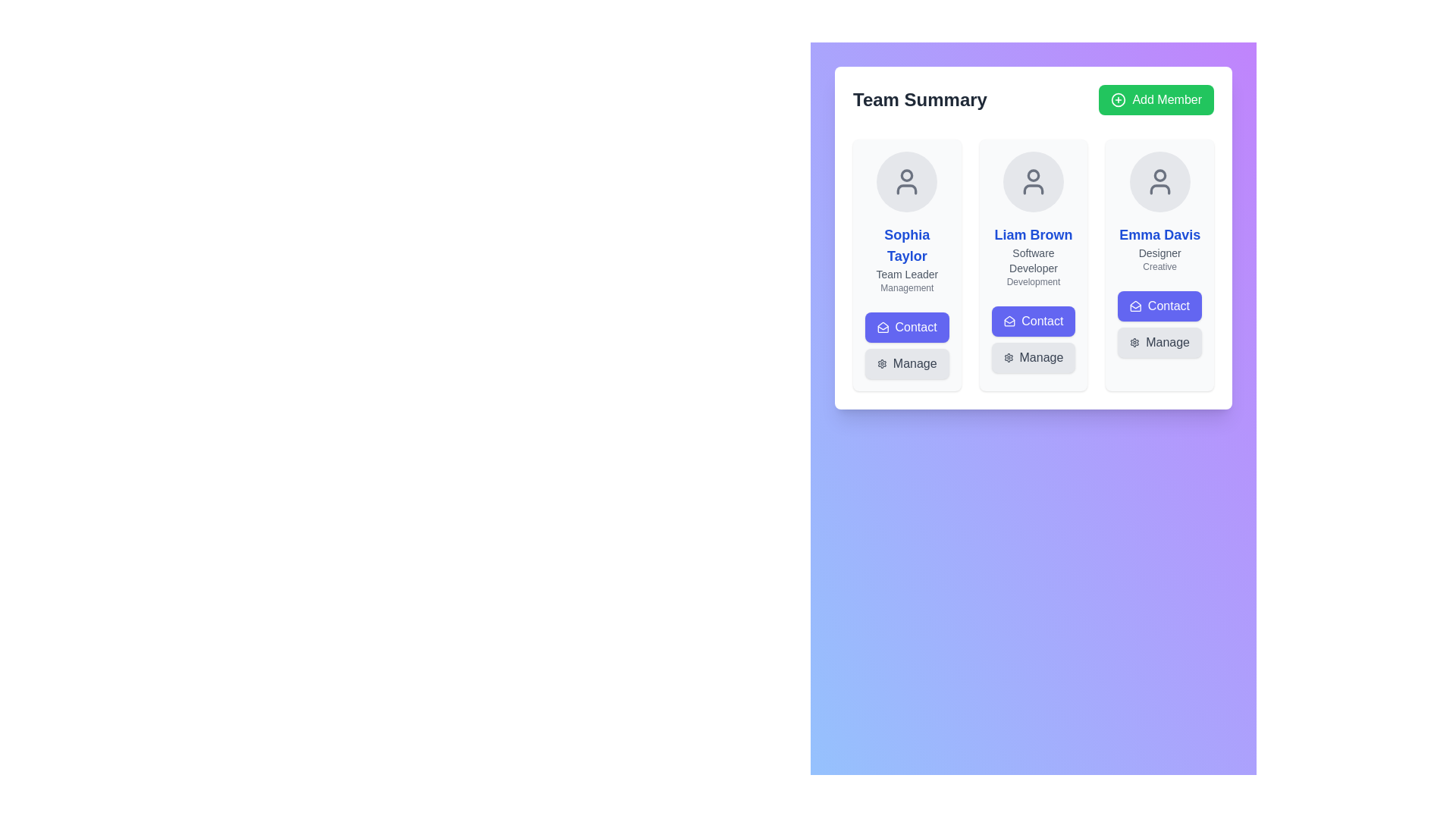 Image resolution: width=1456 pixels, height=819 pixels. I want to click on the text element labeled 'Management' displayed in gray, located below 'Team Leader' in the team member card for 'Sophia Taylor.', so click(907, 288).